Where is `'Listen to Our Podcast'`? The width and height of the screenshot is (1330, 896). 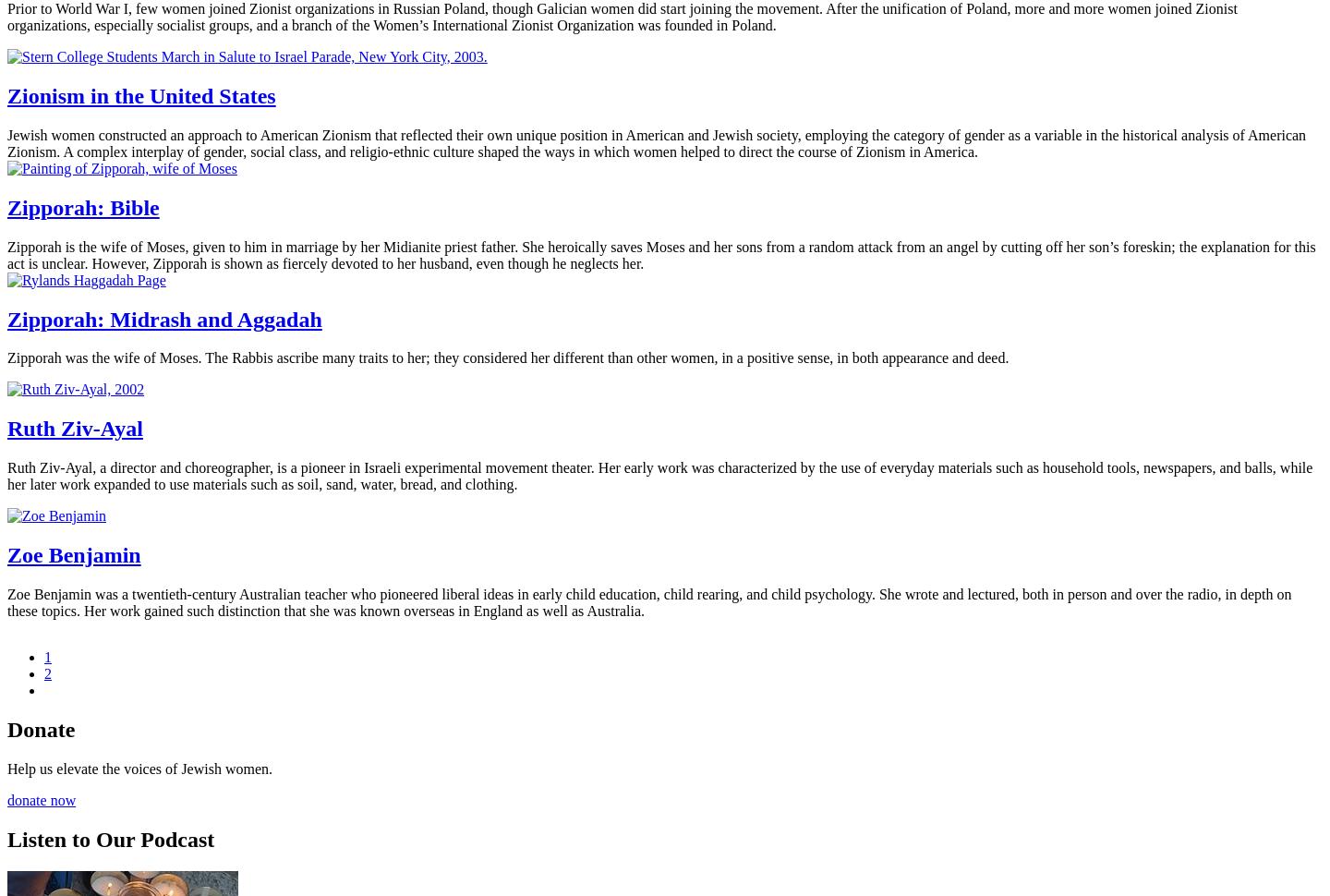
'Listen to Our Podcast' is located at coordinates (110, 839).